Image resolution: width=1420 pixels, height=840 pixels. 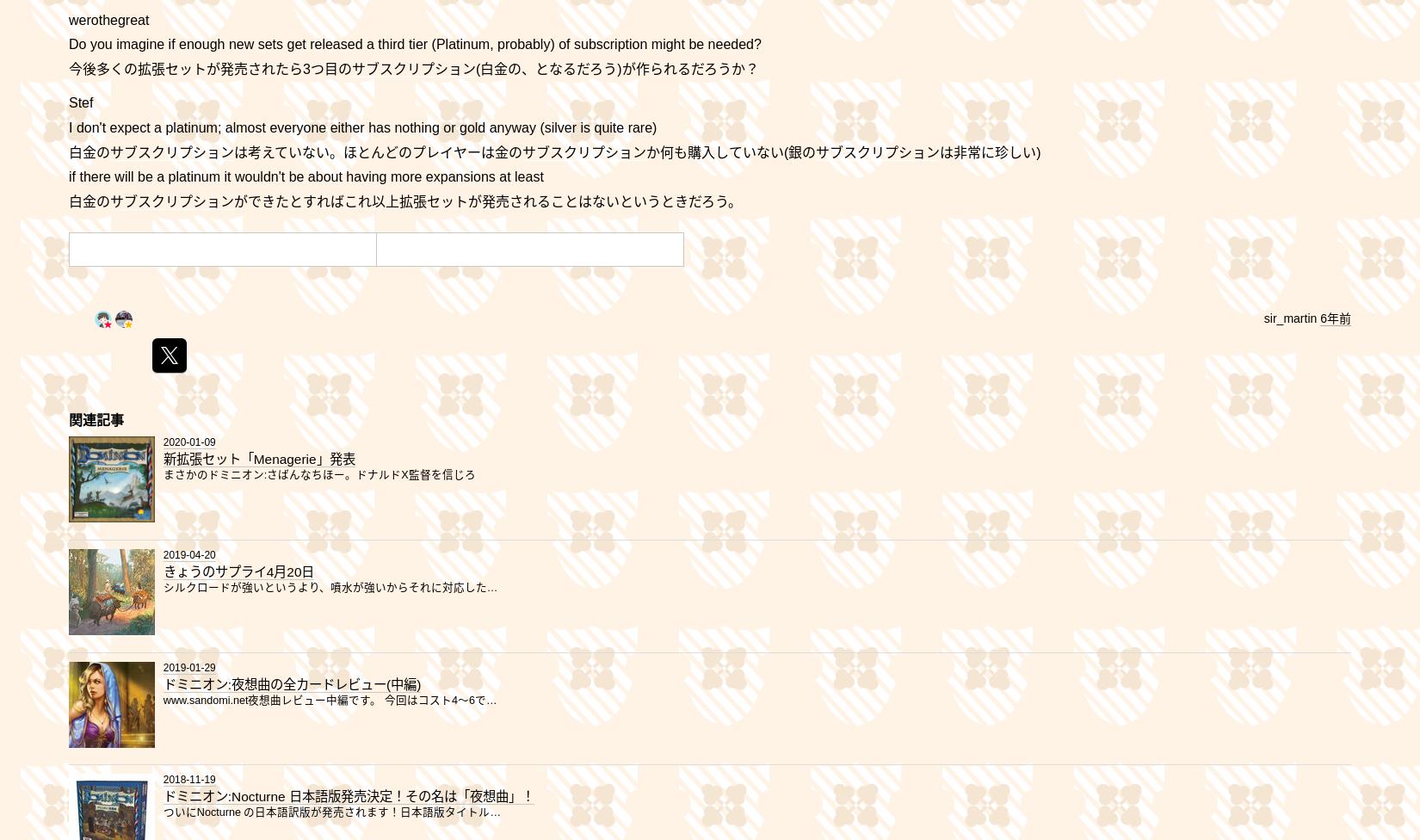 What do you see at coordinates (188, 442) in the screenshot?
I see `'2020-01-09'` at bounding box center [188, 442].